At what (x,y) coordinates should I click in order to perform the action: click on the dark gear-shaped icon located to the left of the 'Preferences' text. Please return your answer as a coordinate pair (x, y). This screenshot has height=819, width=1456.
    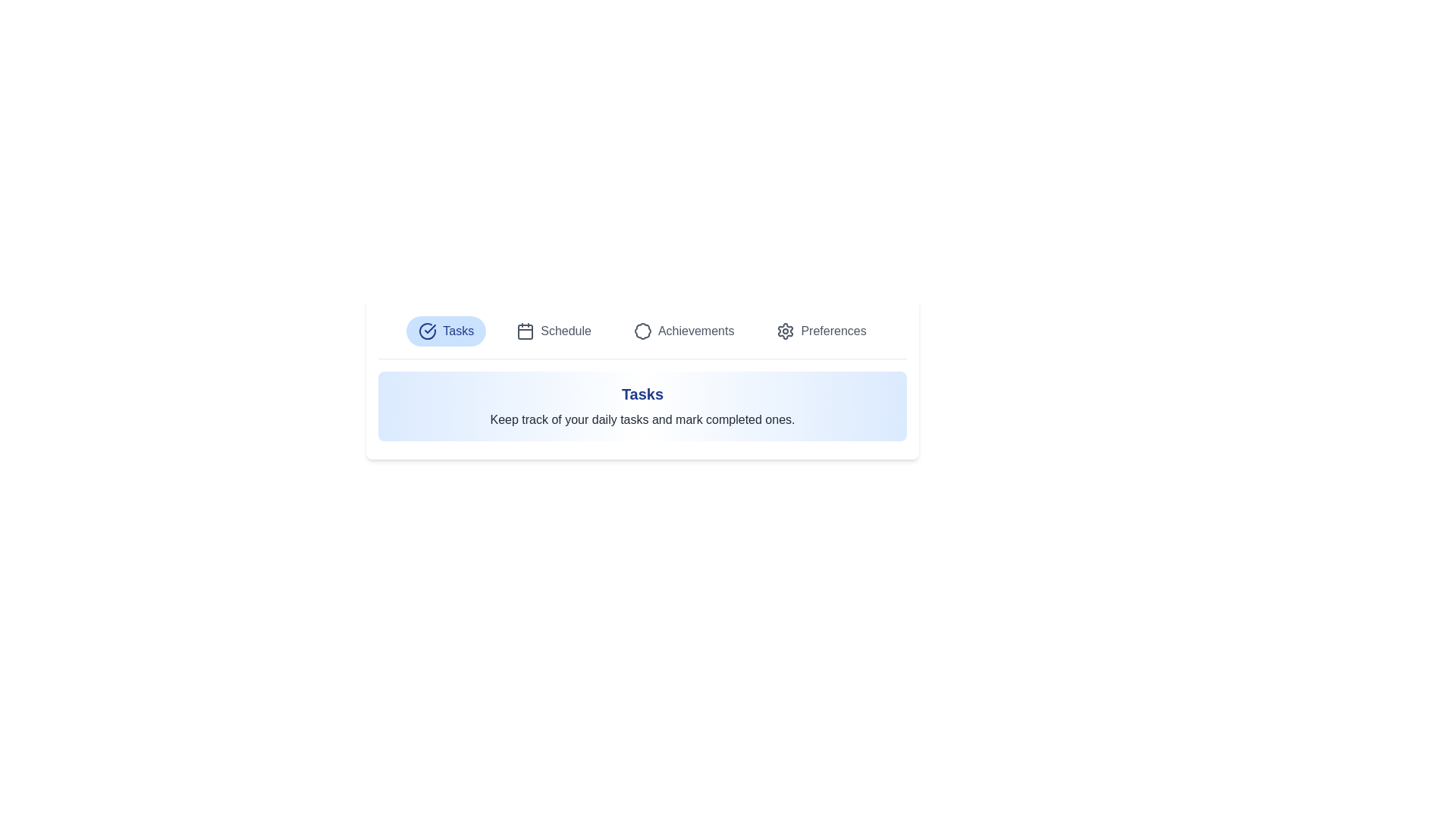
    Looking at the image, I should click on (786, 330).